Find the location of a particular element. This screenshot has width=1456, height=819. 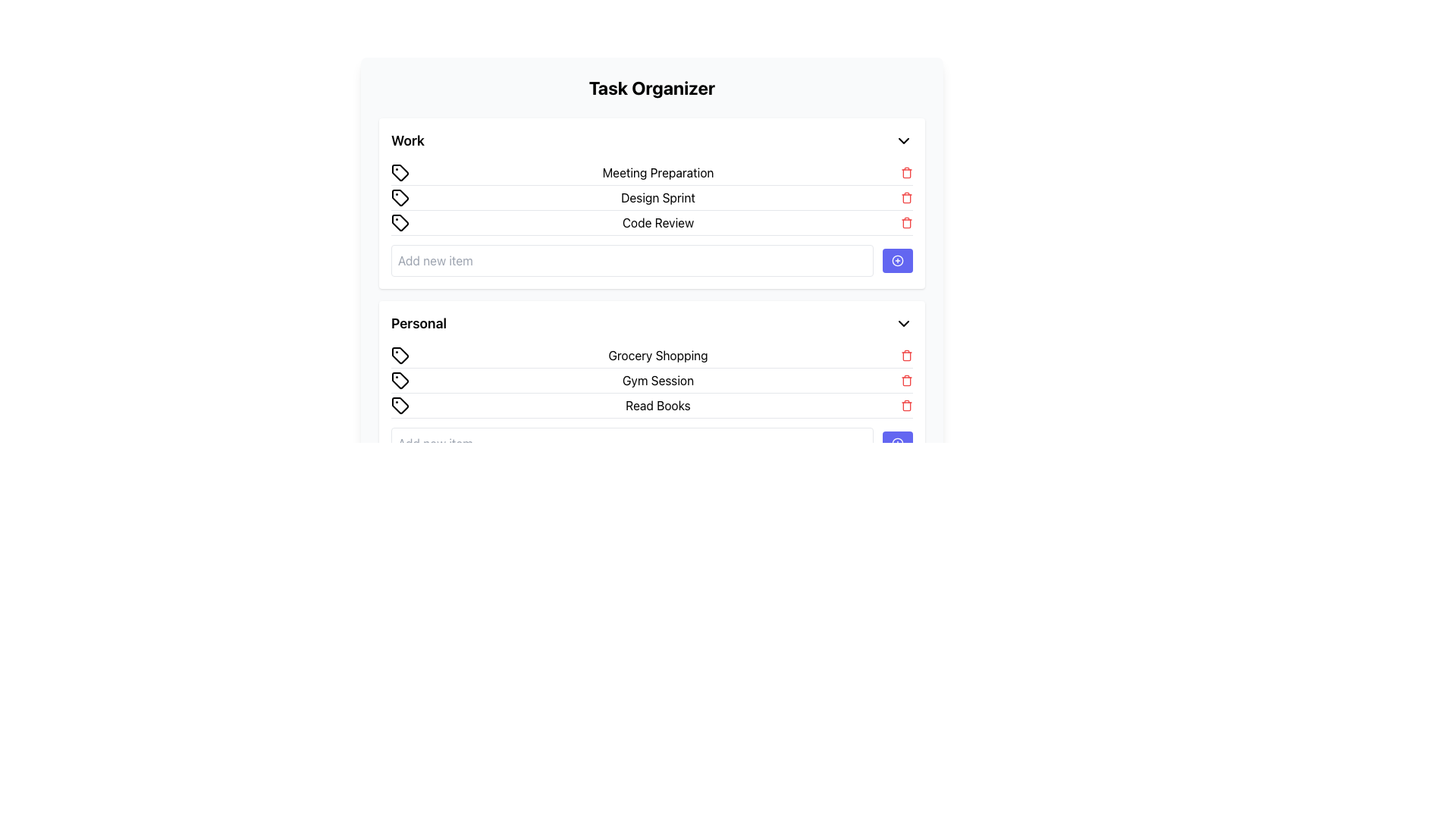

task description for the 'Read Books' item located in the 'Personal' section, which is the third item below 'Gym Session' is located at coordinates (651, 405).